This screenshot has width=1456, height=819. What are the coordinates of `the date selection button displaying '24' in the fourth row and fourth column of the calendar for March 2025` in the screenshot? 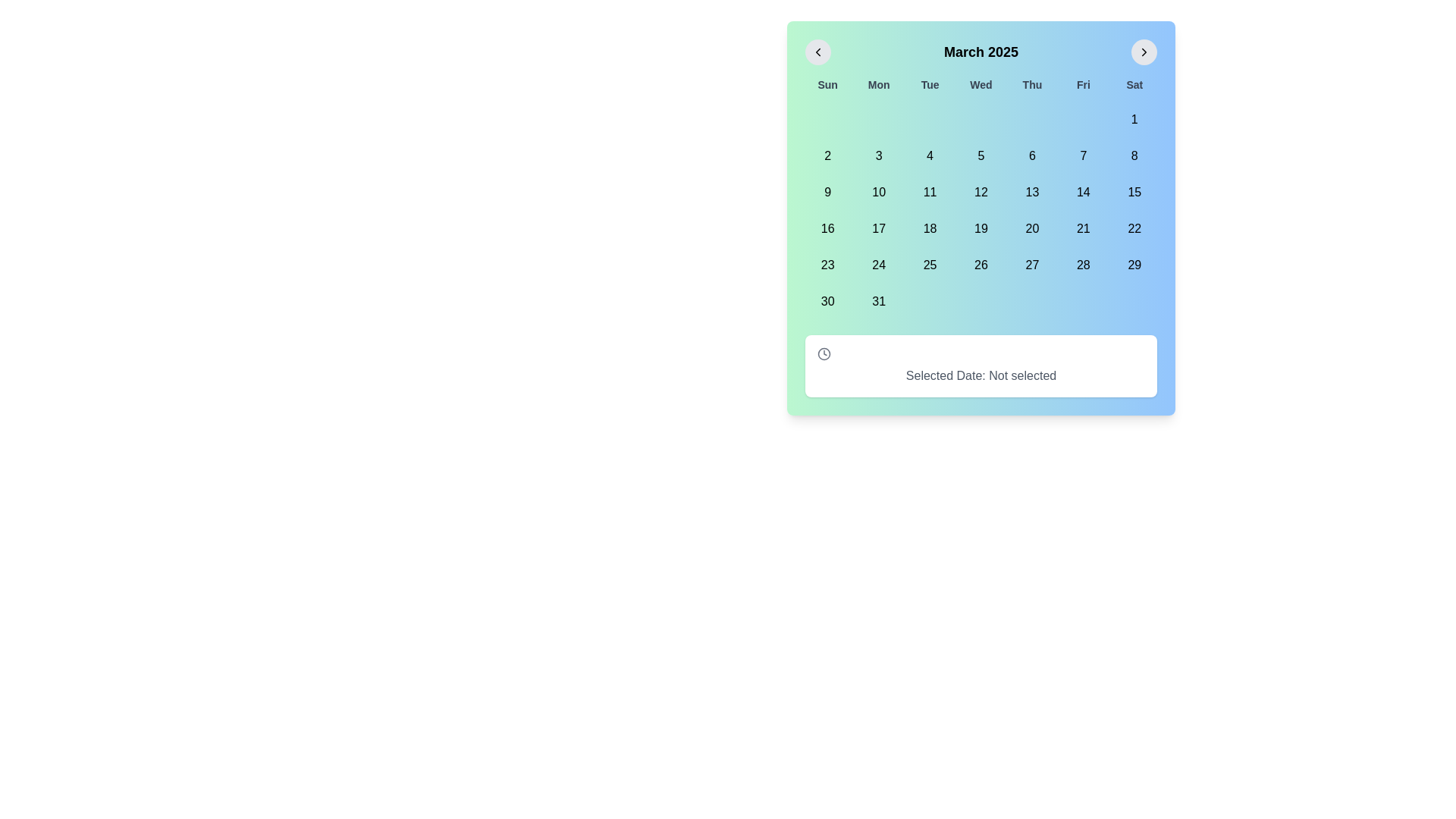 It's located at (878, 265).